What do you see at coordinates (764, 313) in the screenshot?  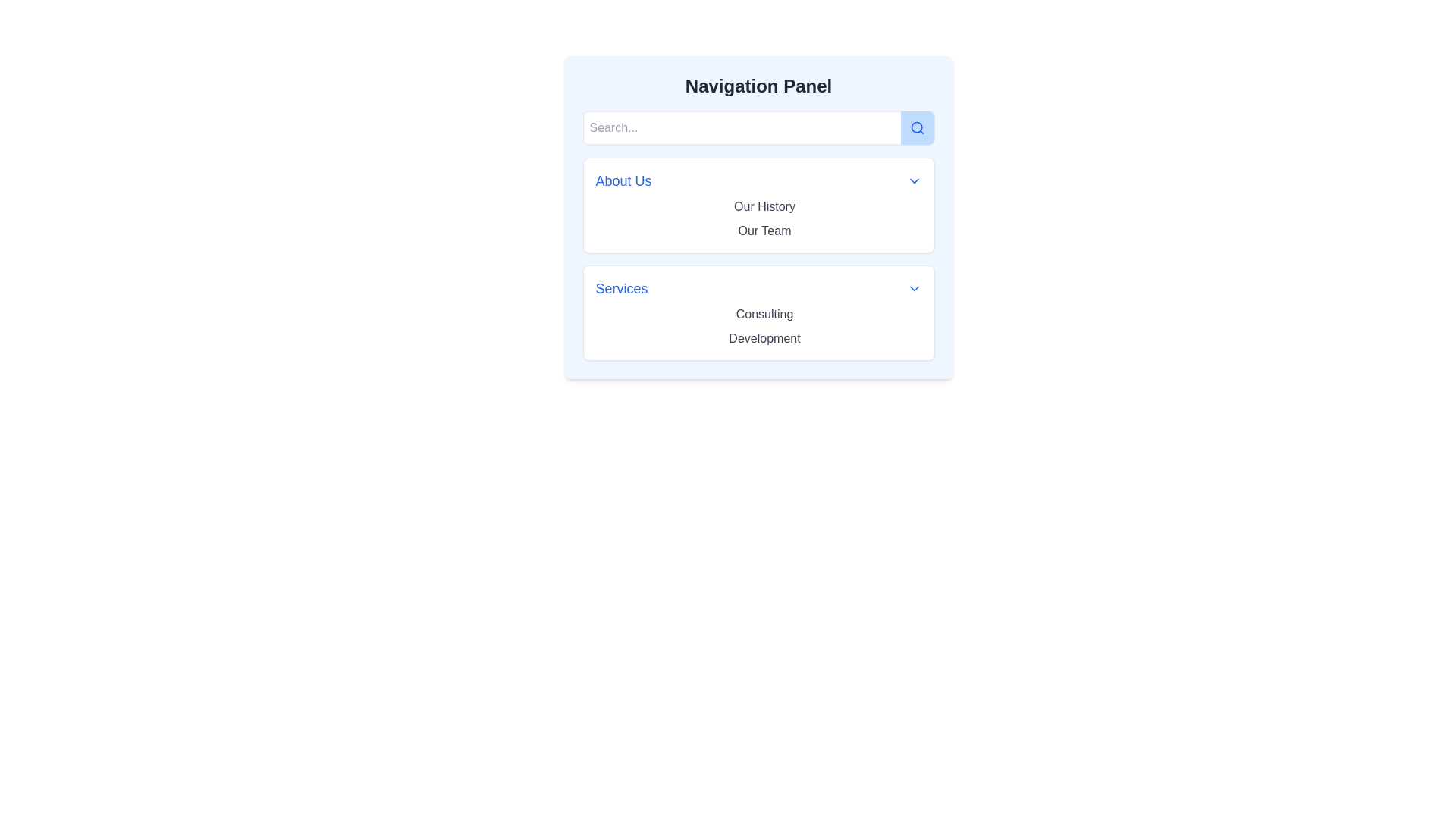 I see `the first hyperlink in the 'Services' section of the navigation panel` at bounding box center [764, 313].